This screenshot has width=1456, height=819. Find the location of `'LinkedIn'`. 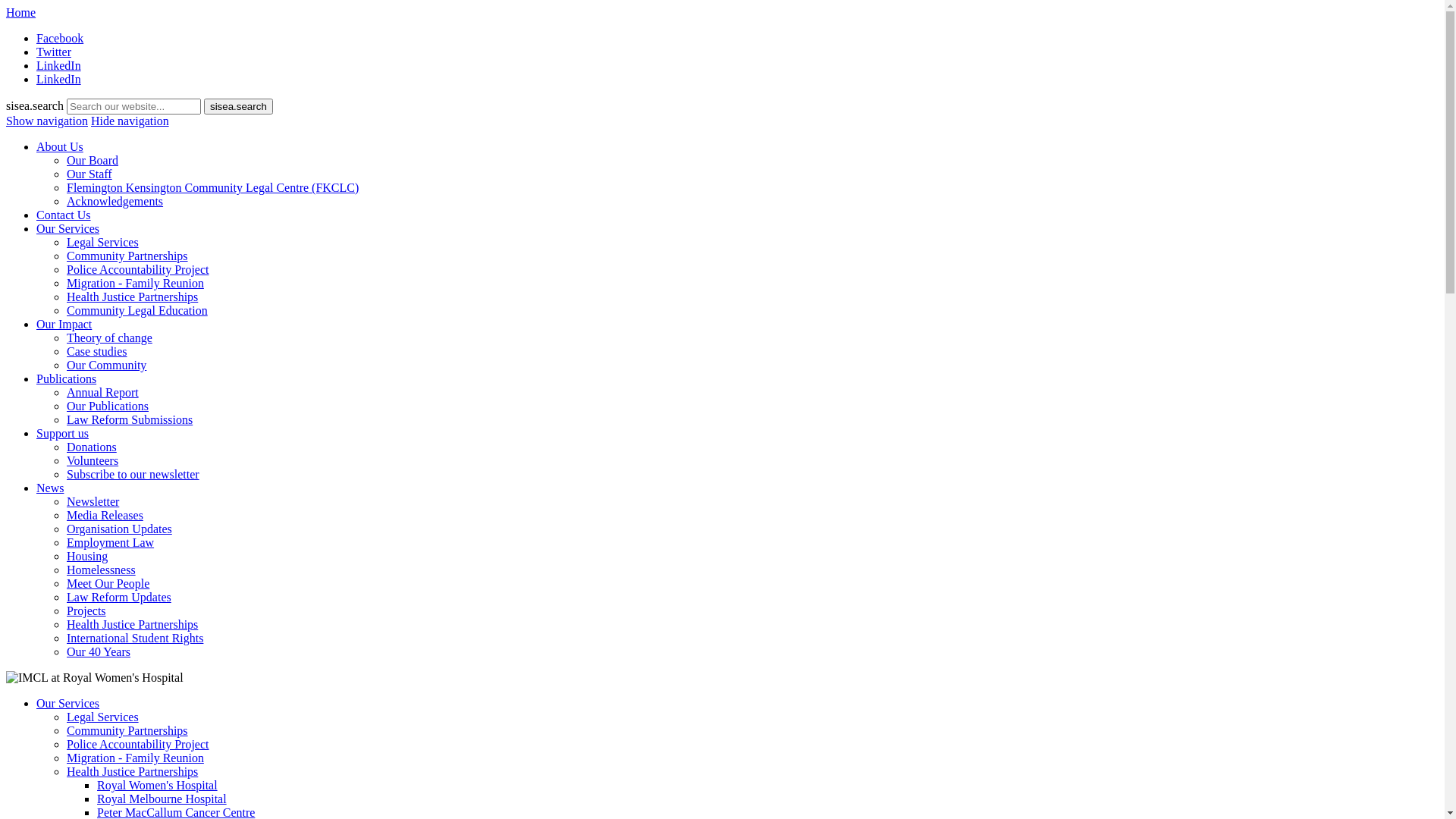

'LinkedIn' is located at coordinates (36, 64).